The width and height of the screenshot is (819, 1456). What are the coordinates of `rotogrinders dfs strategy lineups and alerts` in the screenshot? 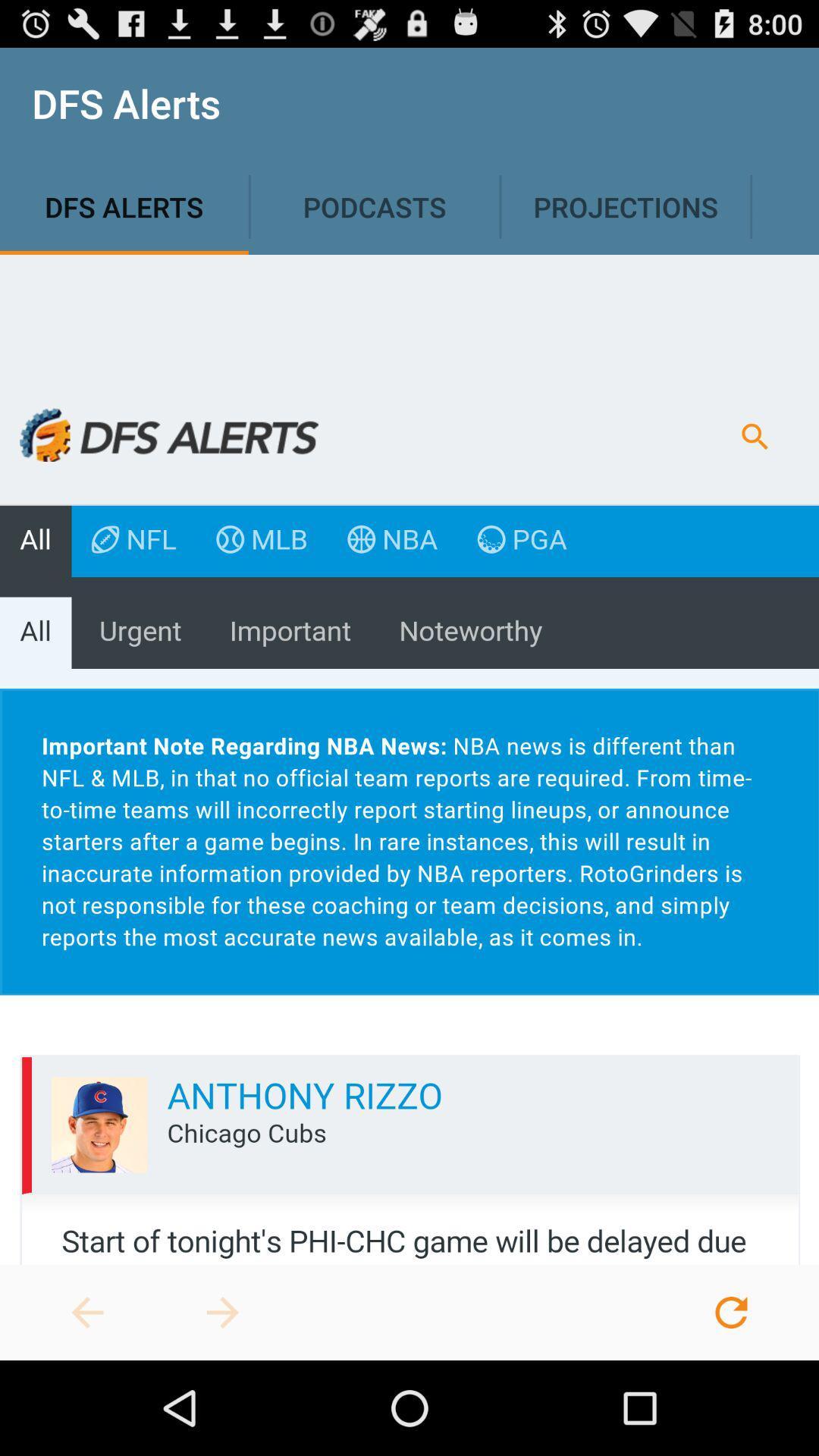 It's located at (222, 1312).